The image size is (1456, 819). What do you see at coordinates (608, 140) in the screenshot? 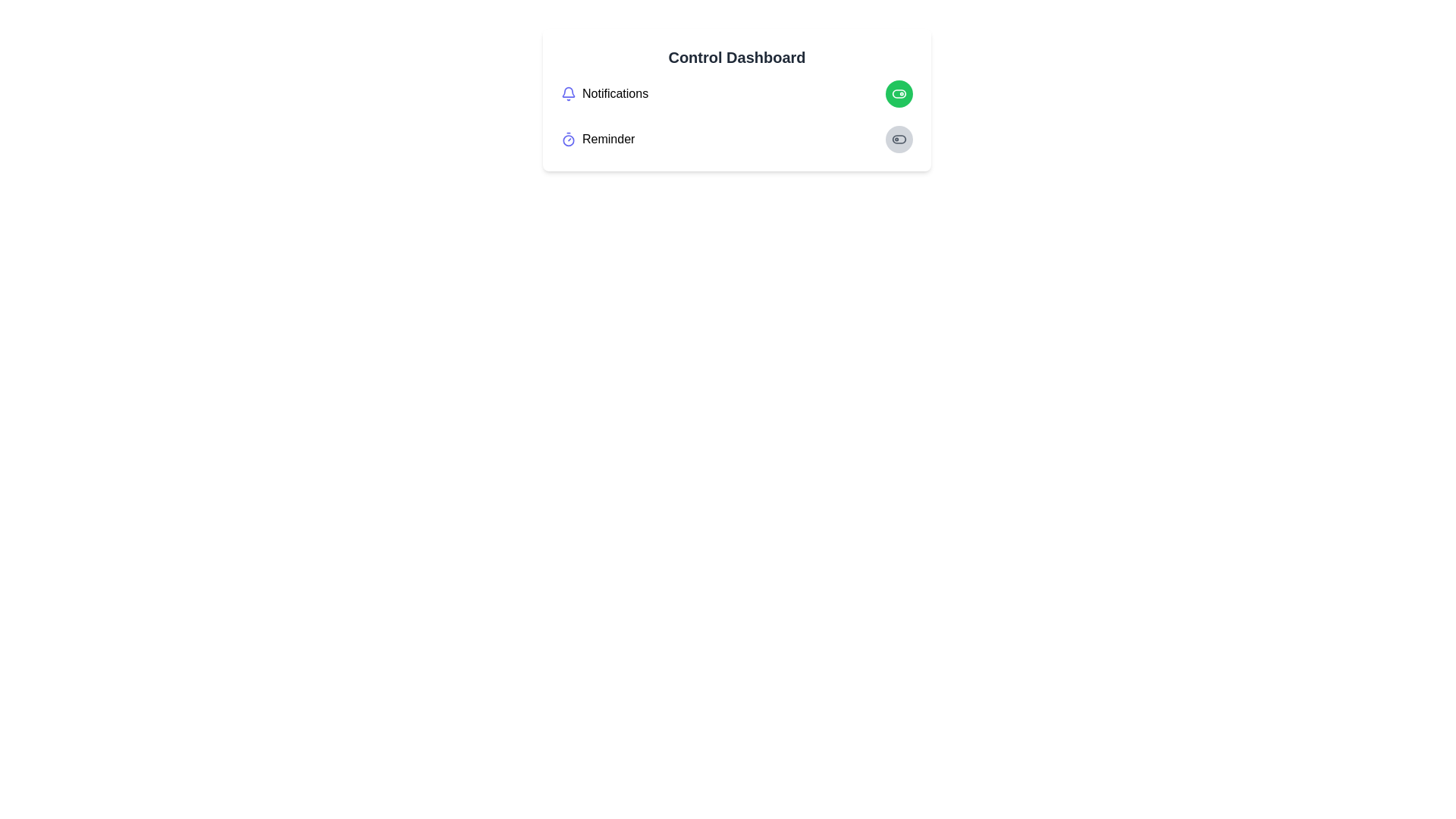
I see `the text label that indicates functionality or a category related to reminders, located to the right of the timer icon` at bounding box center [608, 140].